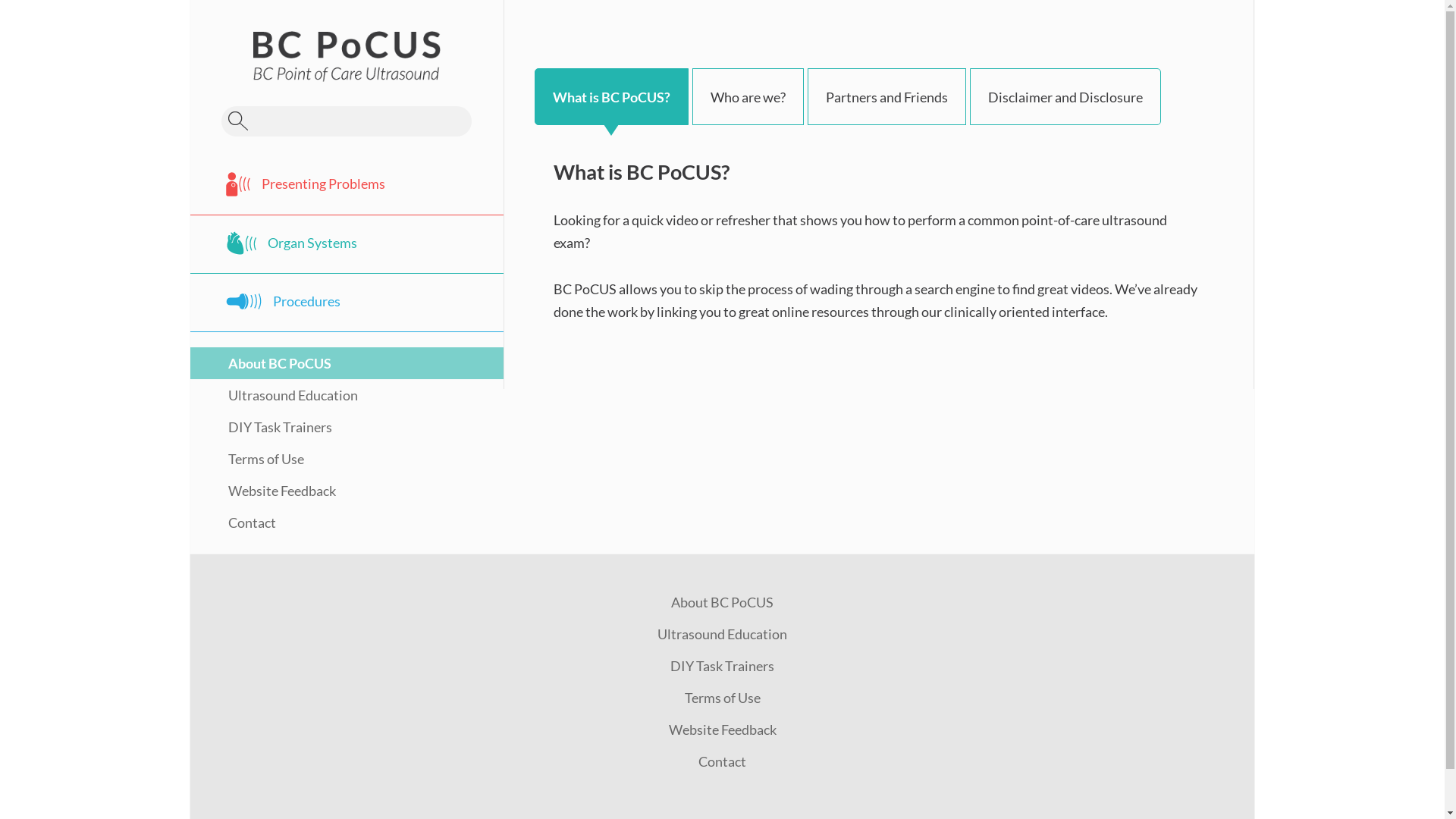 This screenshot has width=1456, height=819. What do you see at coordinates (261, 427) in the screenshot?
I see `'DIY Task Trainers'` at bounding box center [261, 427].